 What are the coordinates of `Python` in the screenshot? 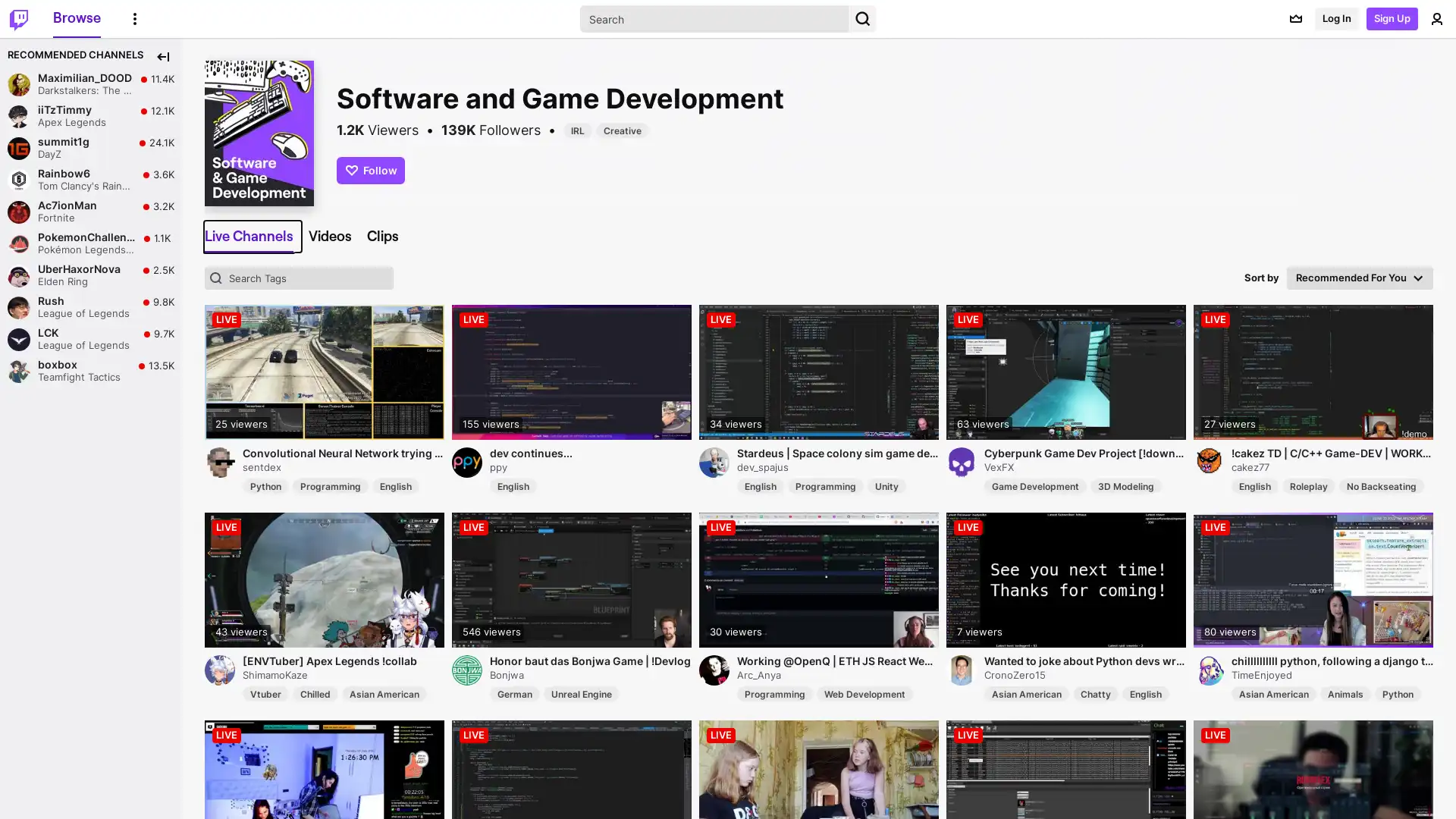 It's located at (1397, 693).